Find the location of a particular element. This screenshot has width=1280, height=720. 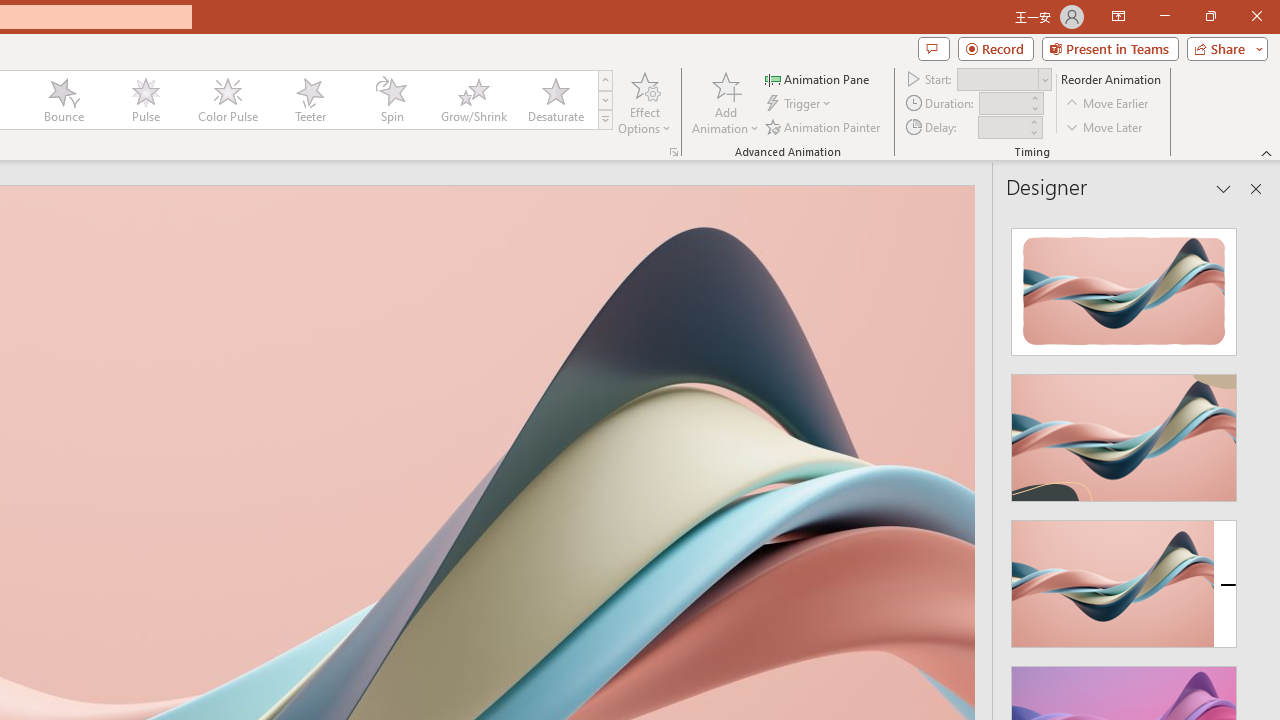

'Animation Styles' is located at coordinates (604, 120).